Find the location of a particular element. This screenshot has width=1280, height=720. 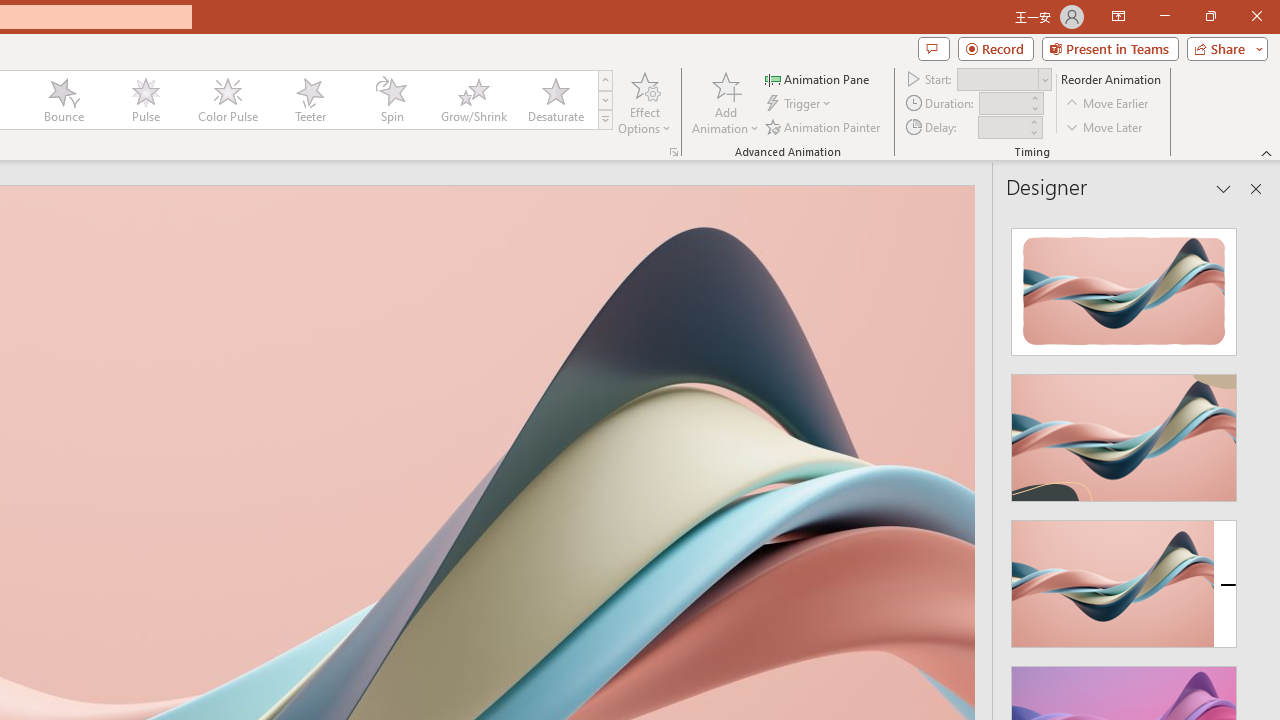

'Animation Styles' is located at coordinates (604, 120).